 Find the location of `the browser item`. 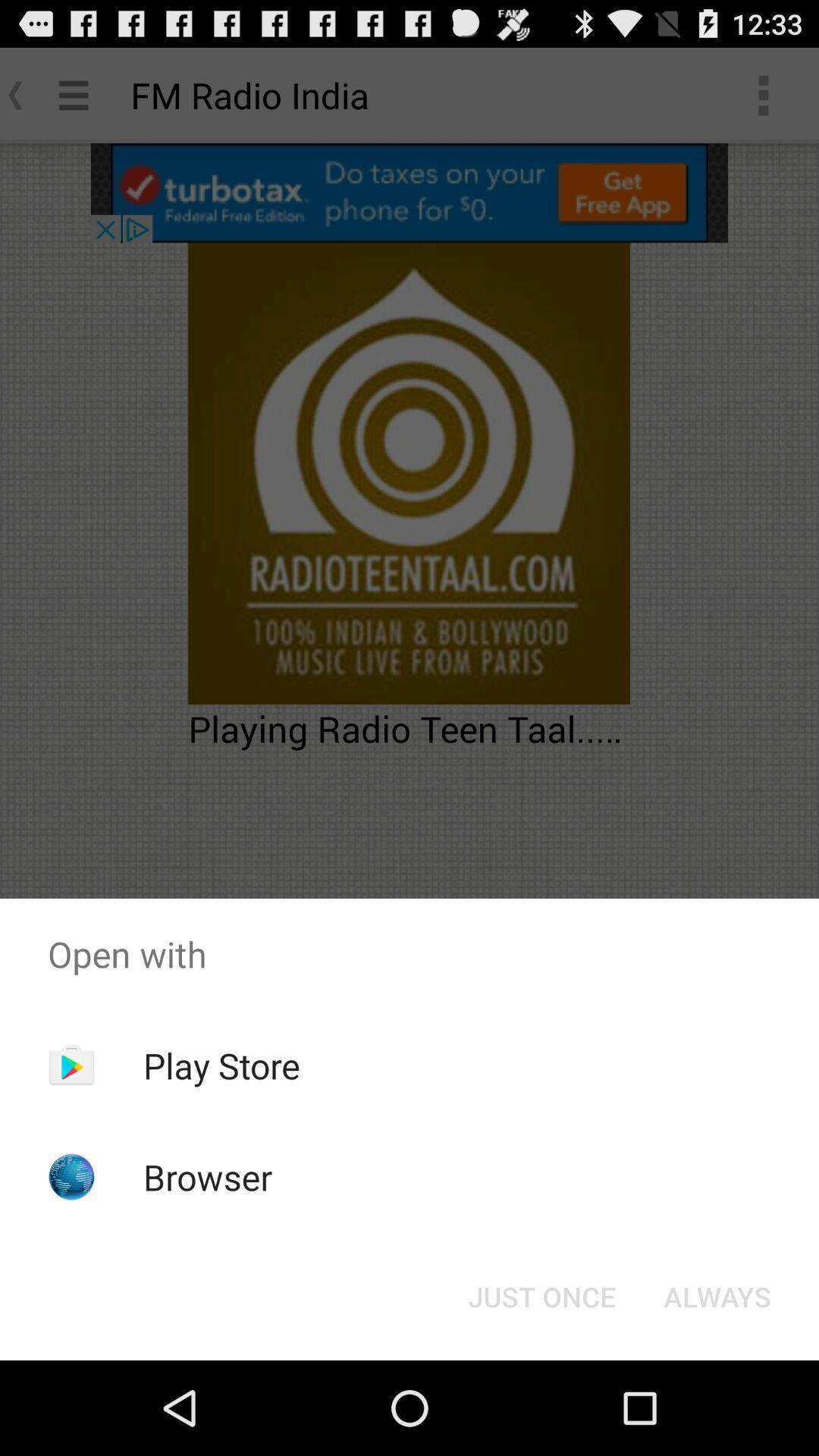

the browser item is located at coordinates (208, 1176).